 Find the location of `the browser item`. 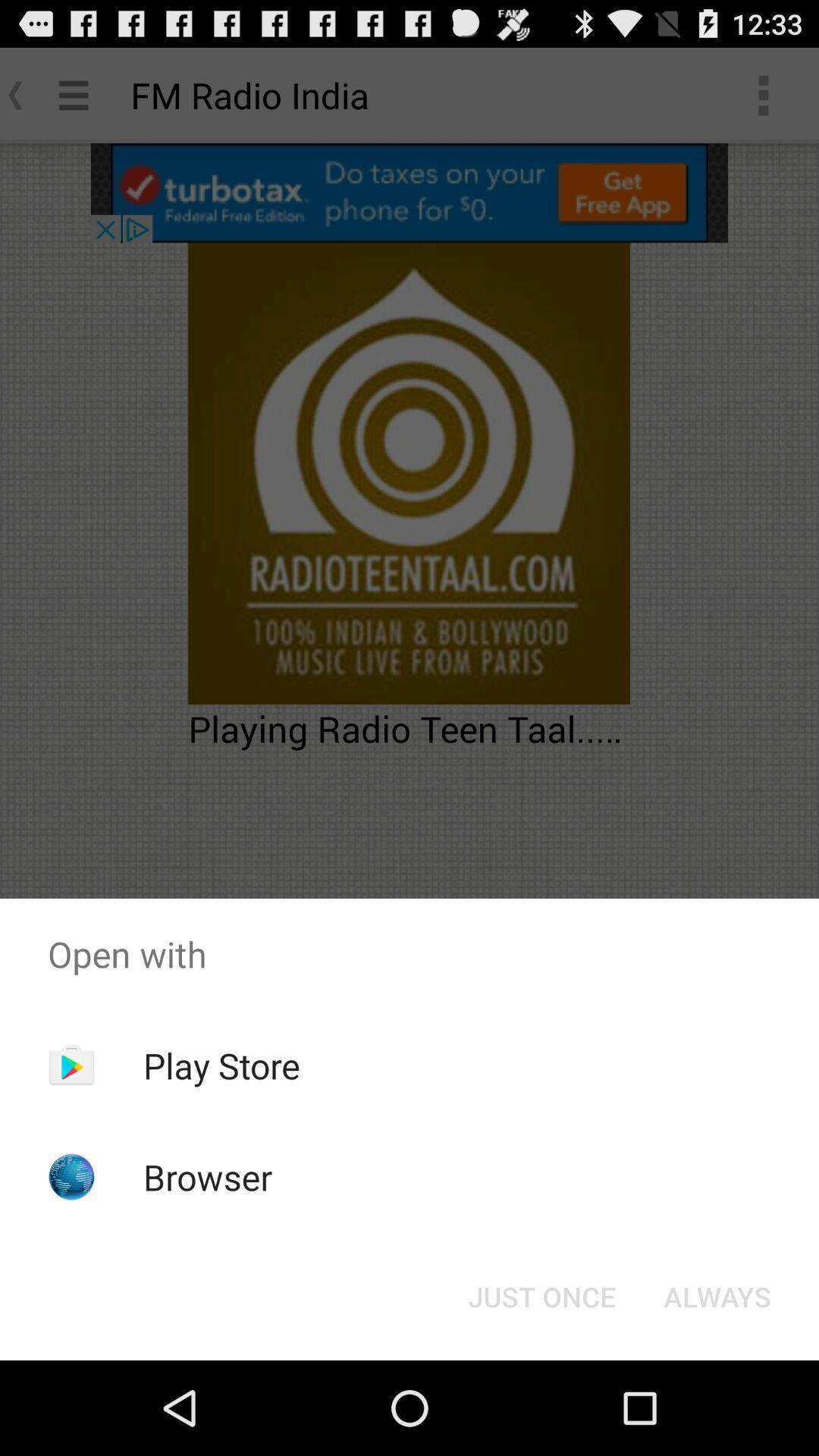

the browser item is located at coordinates (208, 1176).